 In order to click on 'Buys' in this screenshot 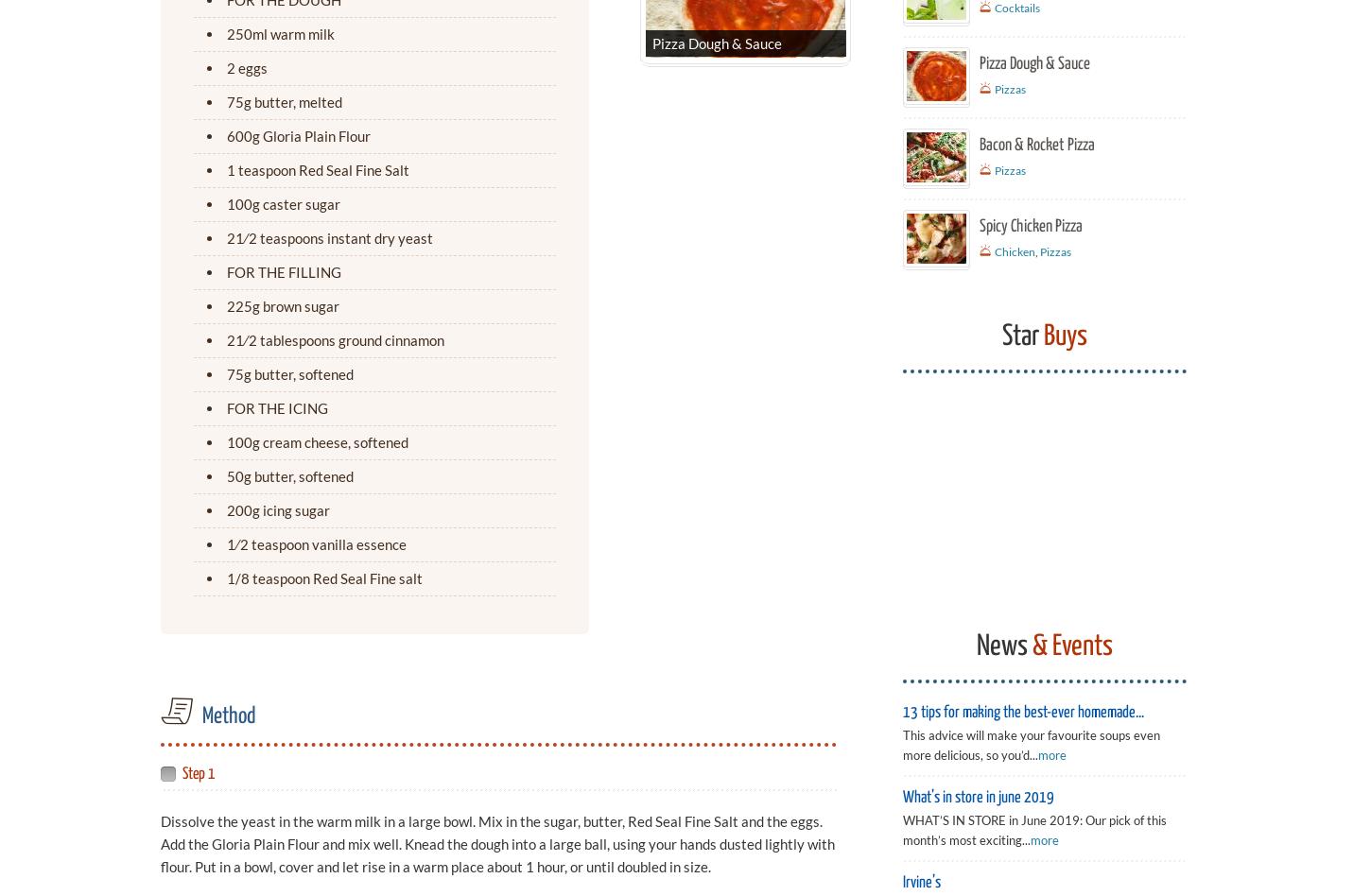, I will do `click(1062, 336)`.